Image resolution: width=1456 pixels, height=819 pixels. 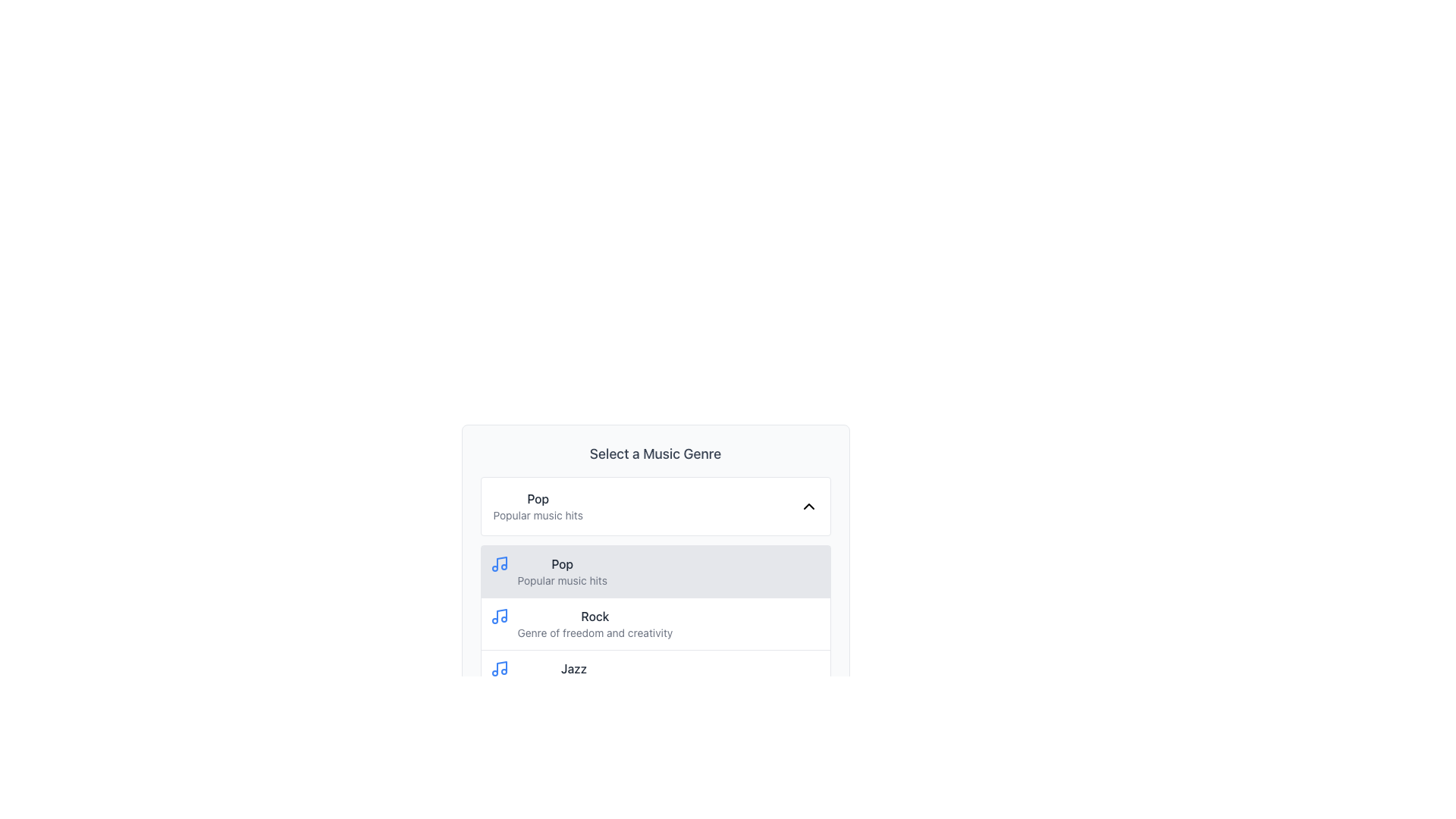 What do you see at coordinates (561, 580) in the screenshot?
I see `the text label that provides a brief description of the music genre 'Pop', located near the center of the dropdown menu` at bounding box center [561, 580].